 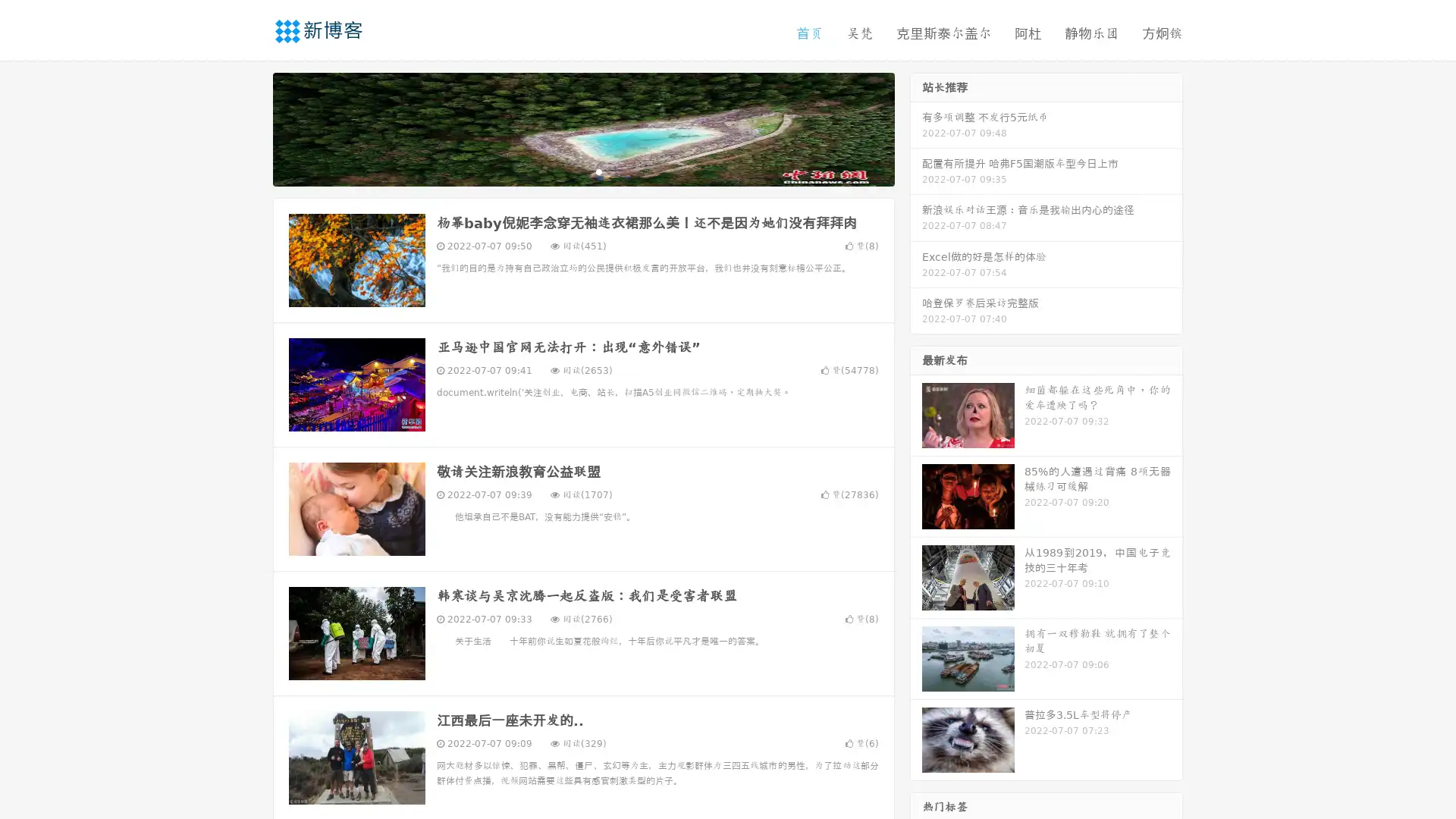 What do you see at coordinates (916, 127) in the screenshot?
I see `Next slide` at bounding box center [916, 127].